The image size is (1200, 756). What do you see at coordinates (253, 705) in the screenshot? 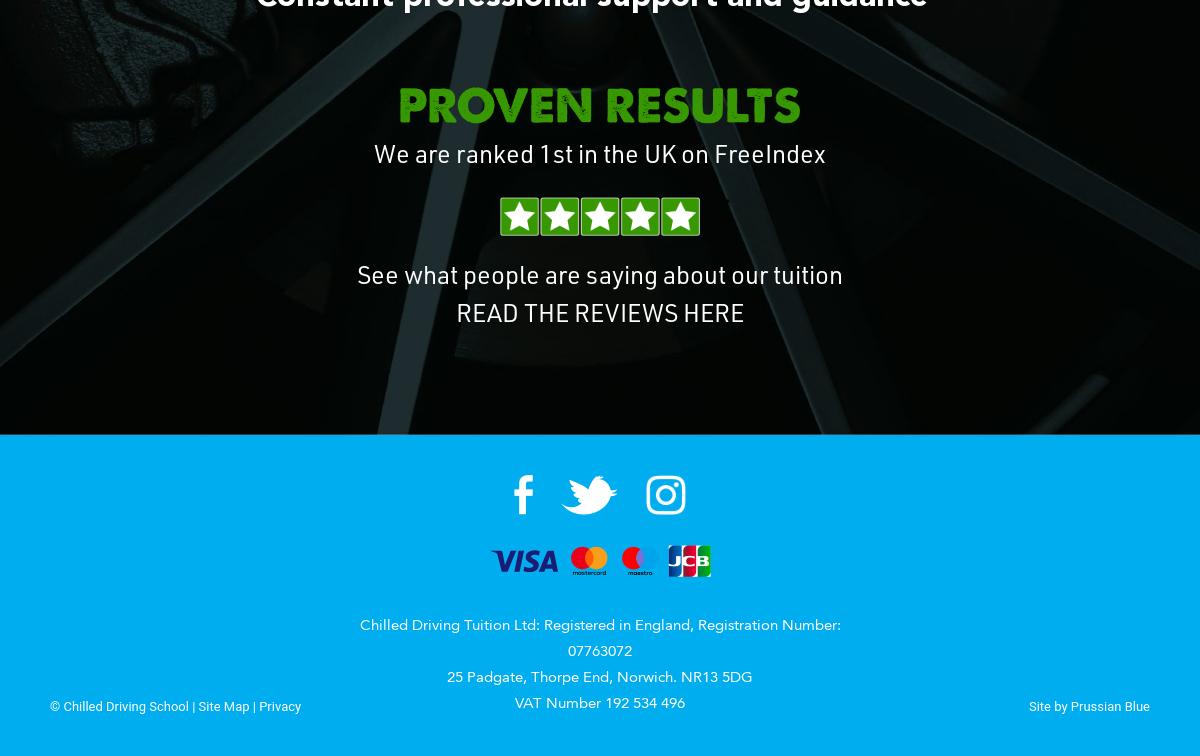
I see `'|'` at bounding box center [253, 705].